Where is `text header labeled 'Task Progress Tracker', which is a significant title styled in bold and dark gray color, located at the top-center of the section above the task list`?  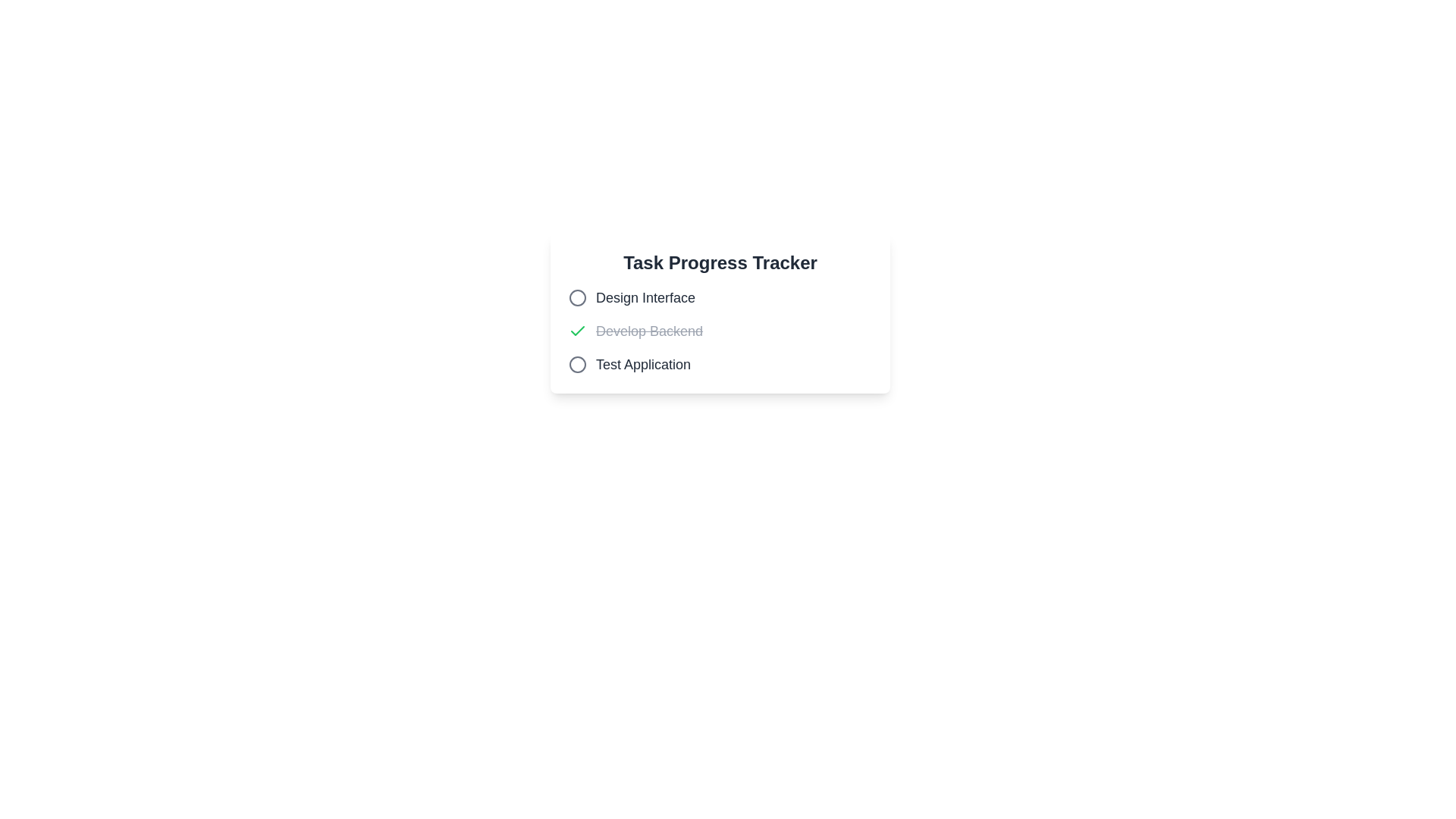 text header labeled 'Task Progress Tracker', which is a significant title styled in bold and dark gray color, located at the top-center of the section above the task list is located at coordinates (720, 262).